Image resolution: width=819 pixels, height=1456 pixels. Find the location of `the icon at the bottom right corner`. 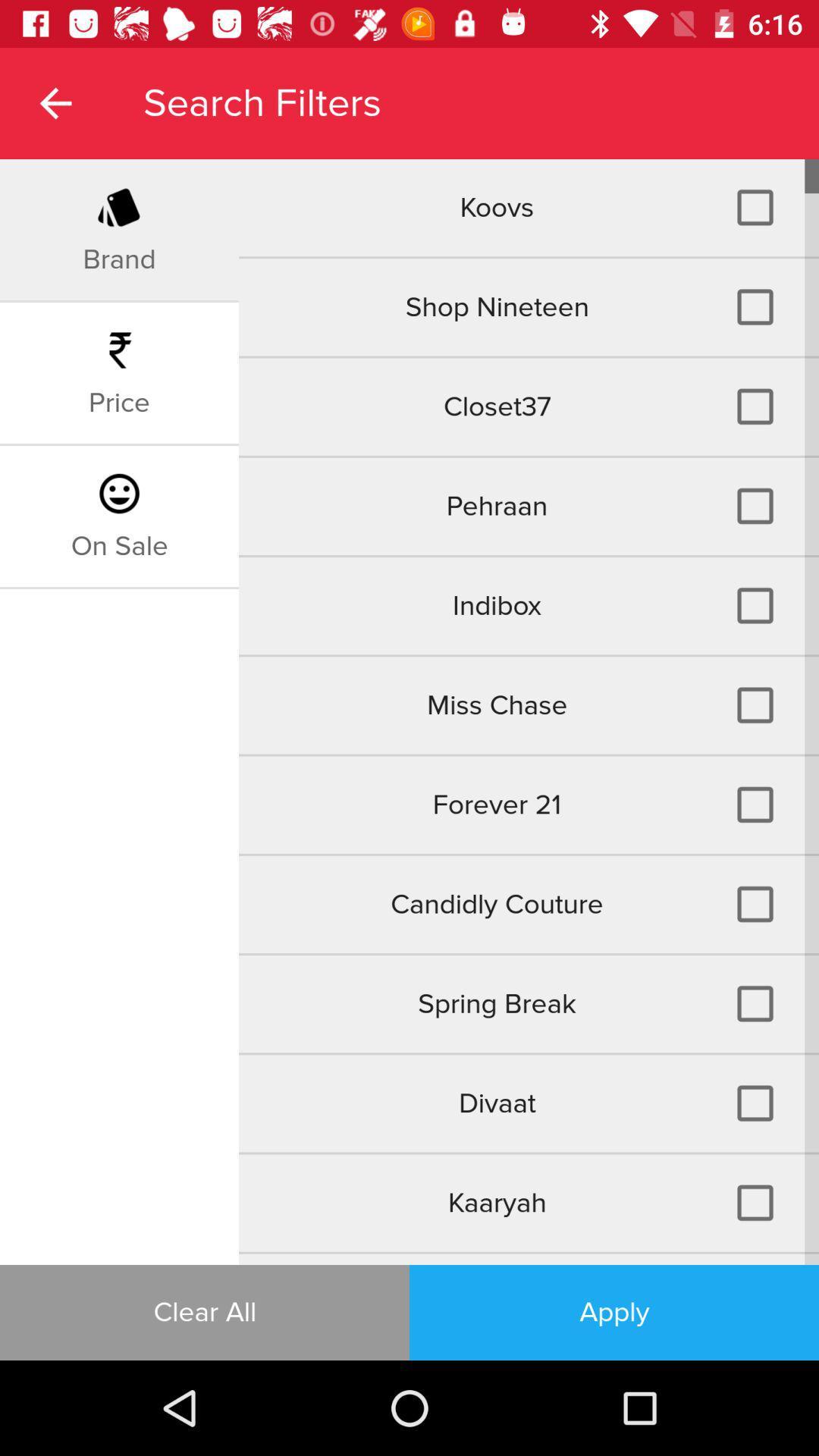

the icon at the bottom right corner is located at coordinates (614, 1312).